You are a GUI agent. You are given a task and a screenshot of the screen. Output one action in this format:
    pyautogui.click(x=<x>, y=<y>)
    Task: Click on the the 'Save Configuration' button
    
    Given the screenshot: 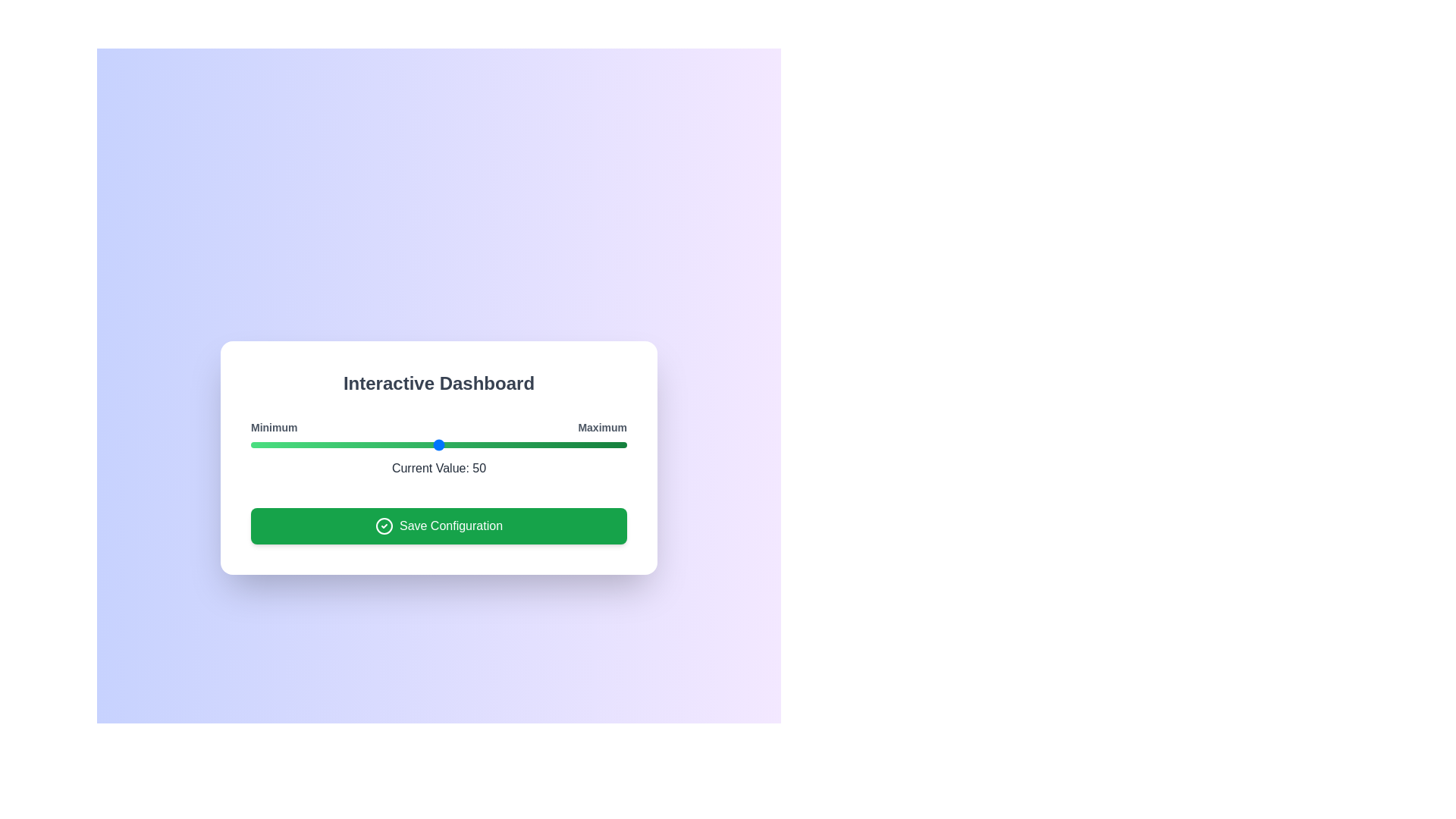 What is the action you would take?
    pyautogui.click(x=438, y=526)
    